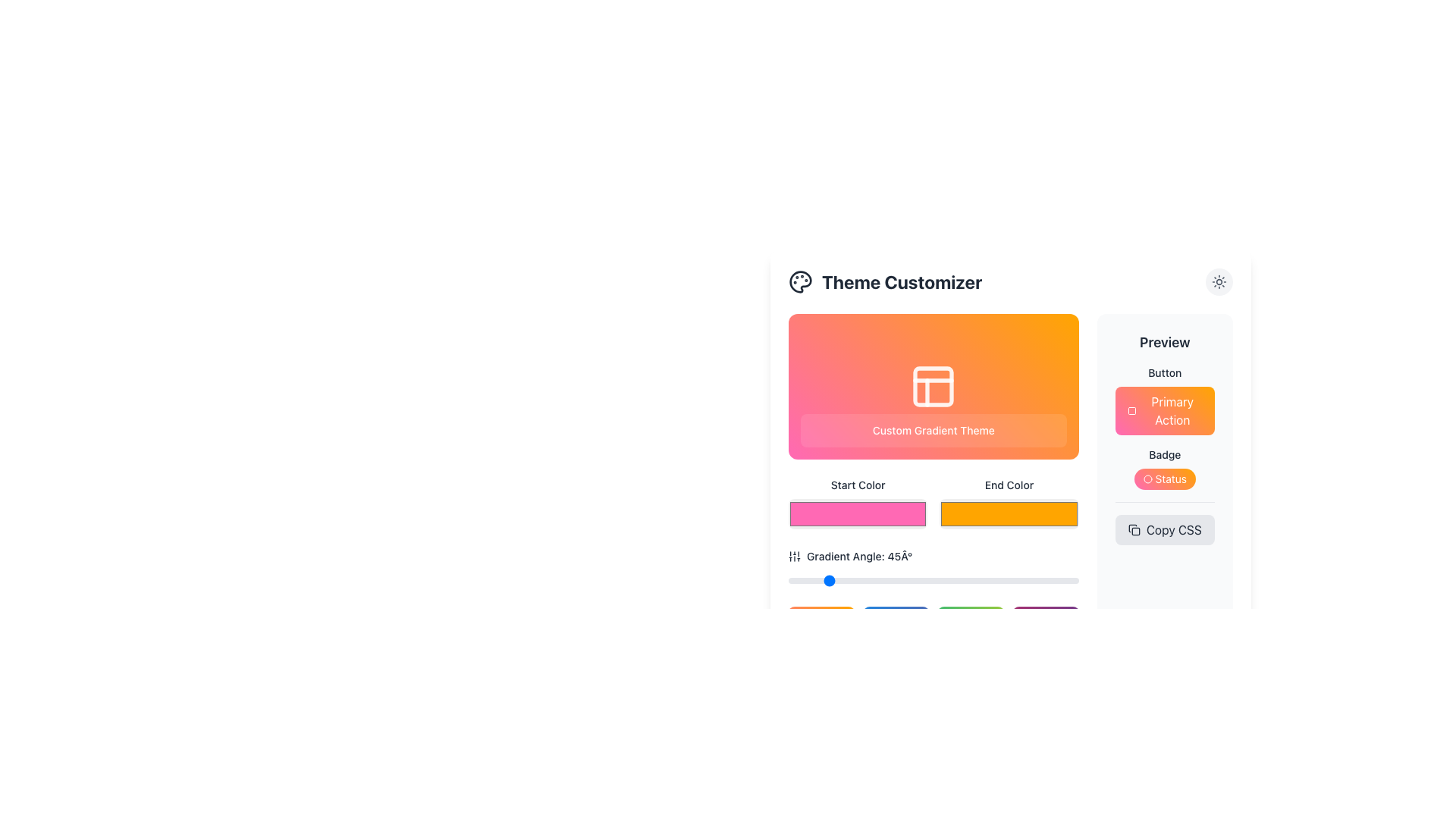 This screenshot has height=819, width=1456. I want to click on the text label displaying 'Custom Gradient Theme' with a translucent white background and rounded corners, so click(933, 430).